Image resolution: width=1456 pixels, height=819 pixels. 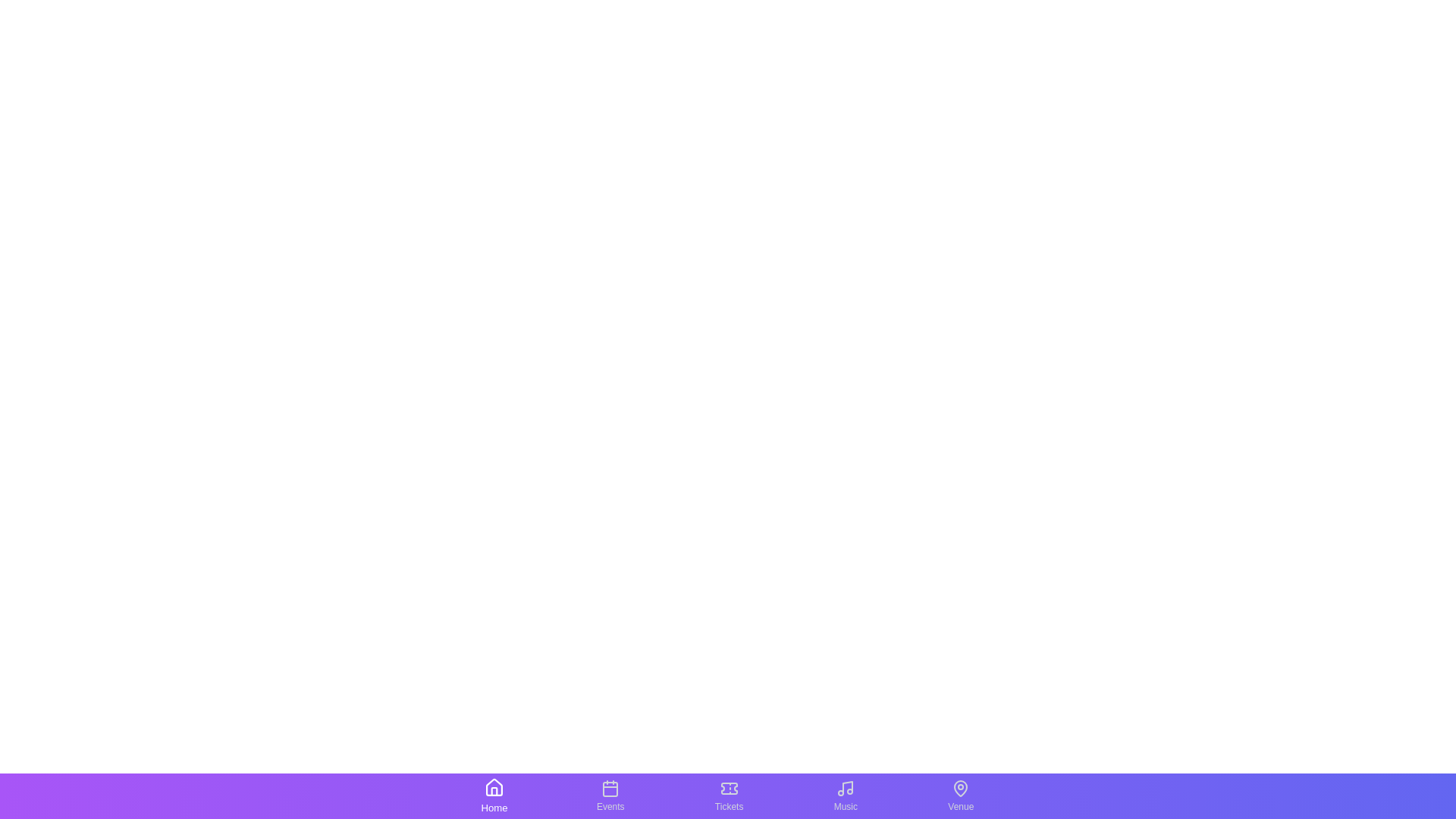 What do you see at coordinates (845, 795) in the screenshot?
I see `the tab labeled Music` at bounding box center [845, 795].